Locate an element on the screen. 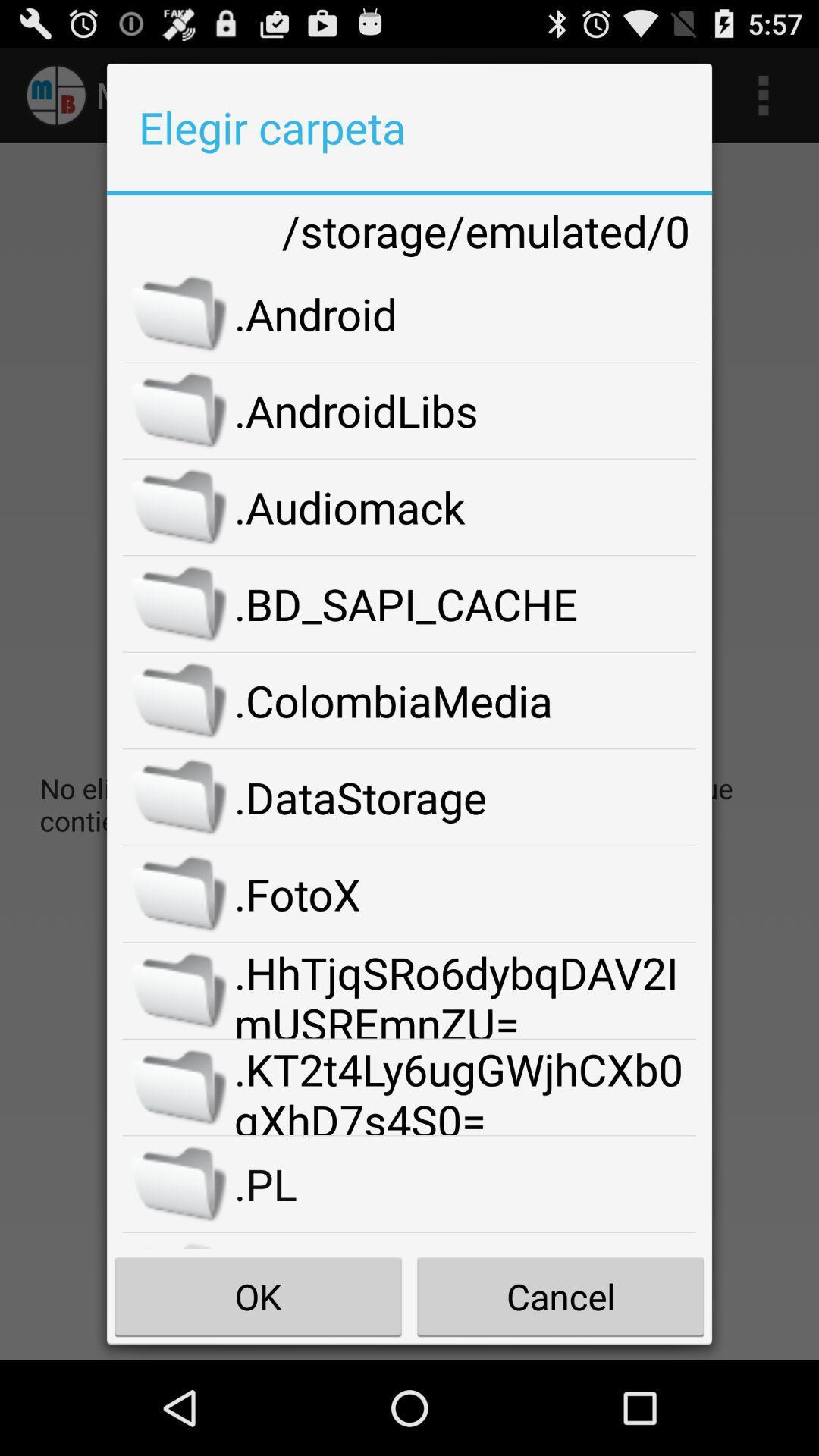  .datastorage app is located at coordinates (464, 796).